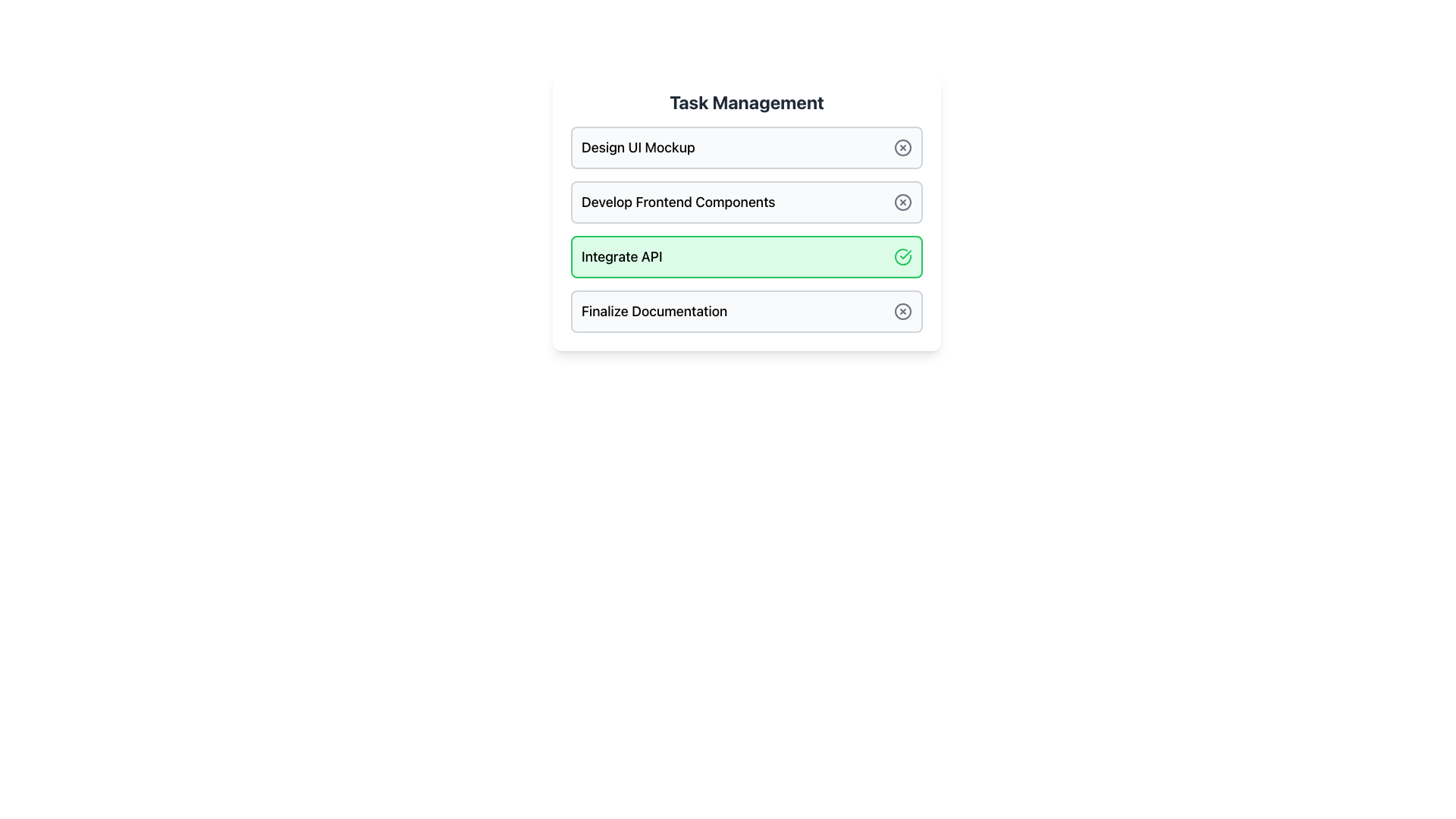  What do you see at coordinates (746, 311) in the screenshot?
I see `the fourth task item in the task management list` at bounding box center [746, 311].